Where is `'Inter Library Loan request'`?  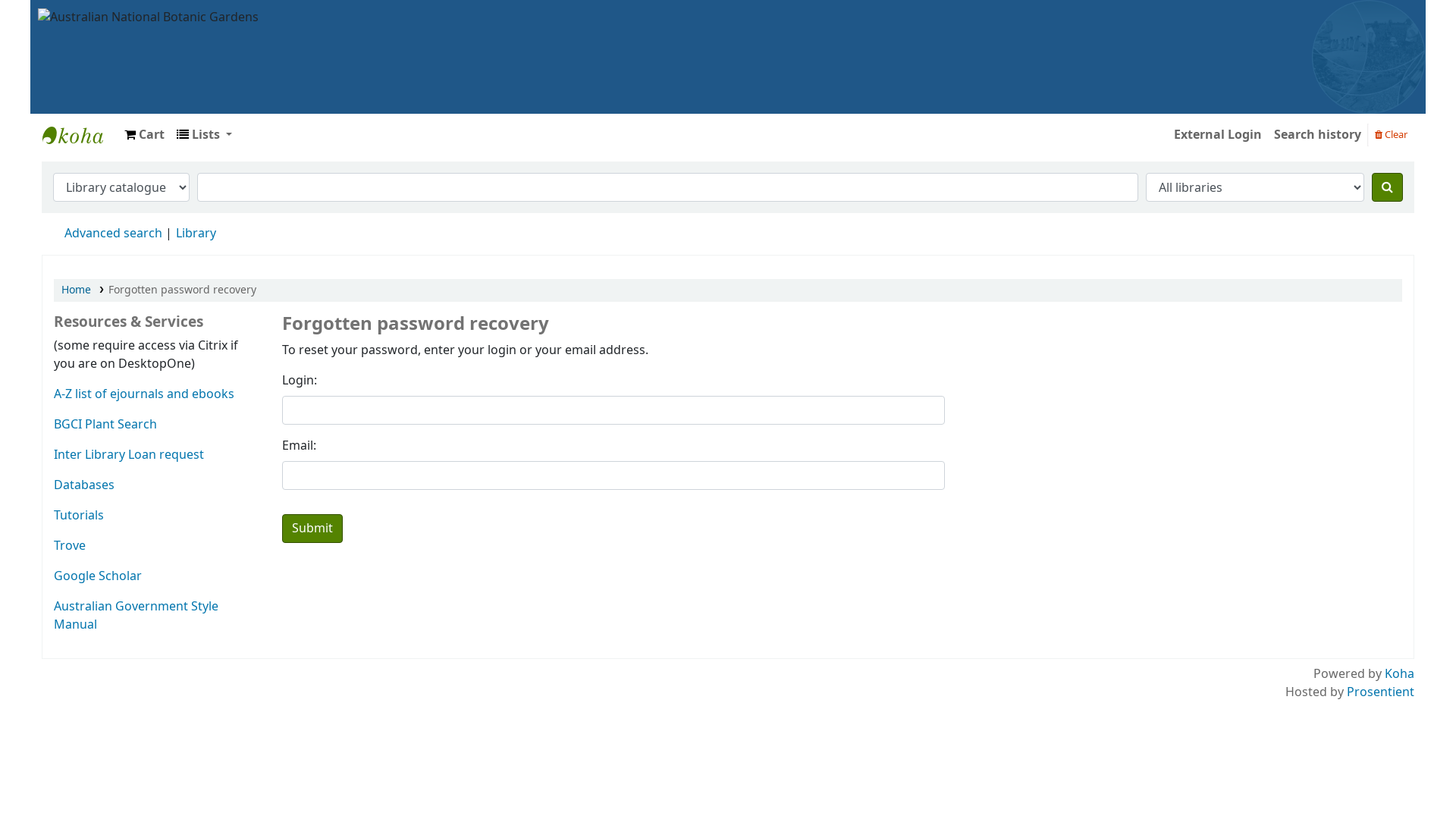
'Inter Library Loan request' is located at coordinates (128, 454).